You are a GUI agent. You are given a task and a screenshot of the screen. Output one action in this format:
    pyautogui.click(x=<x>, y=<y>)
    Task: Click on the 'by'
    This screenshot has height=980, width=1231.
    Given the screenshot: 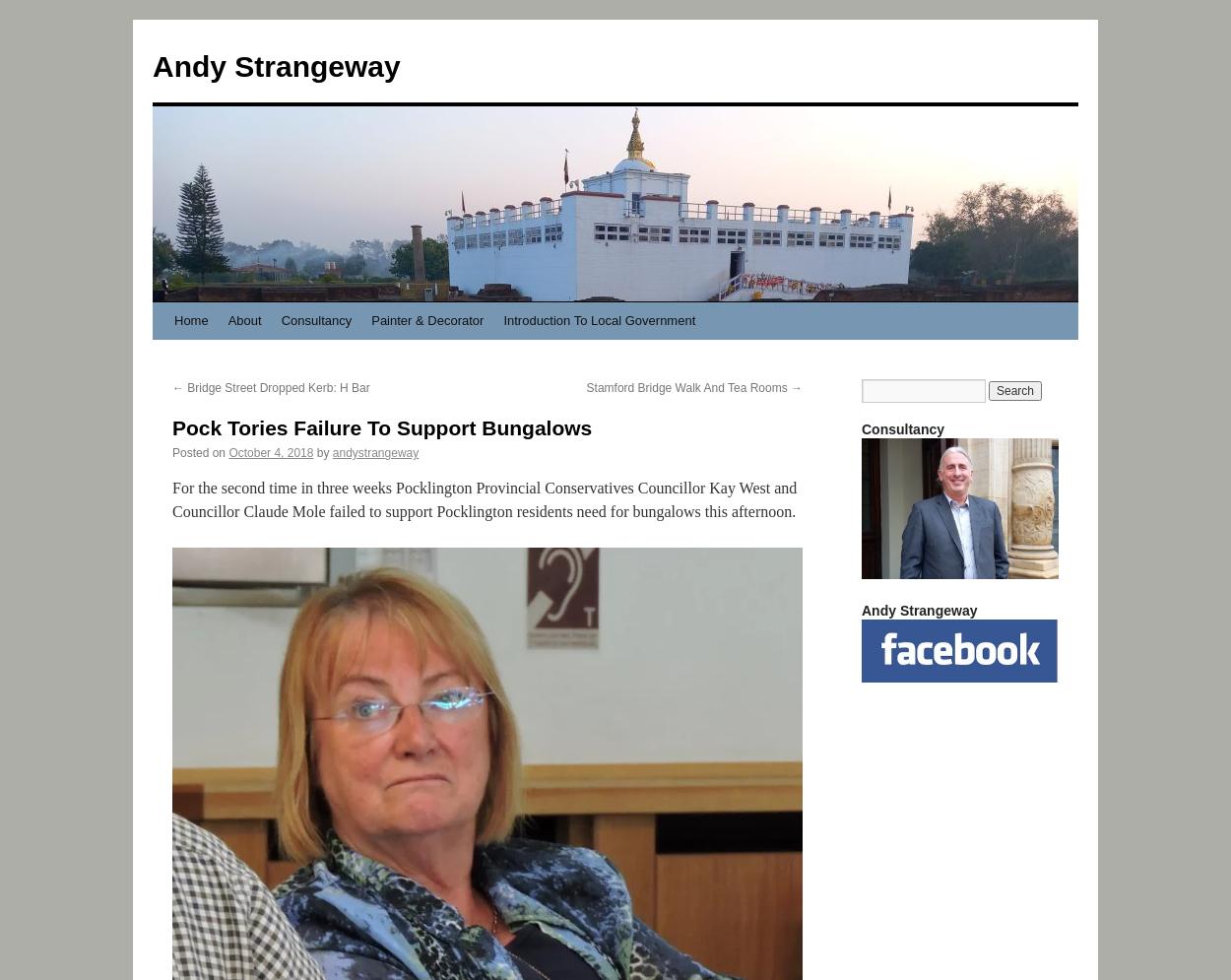 What is the action you would take?
    pyautogui.click(x=321, y=451)
    